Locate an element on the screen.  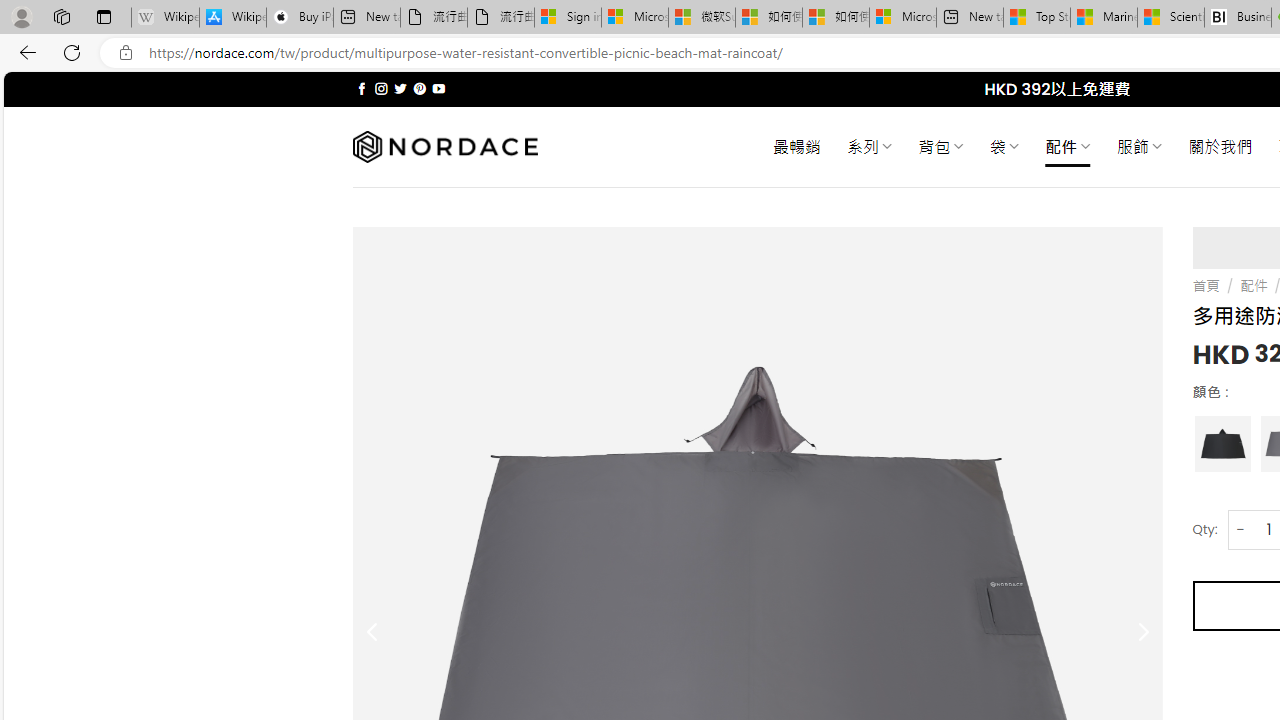
'-' is located at coordinates (1239, 528).